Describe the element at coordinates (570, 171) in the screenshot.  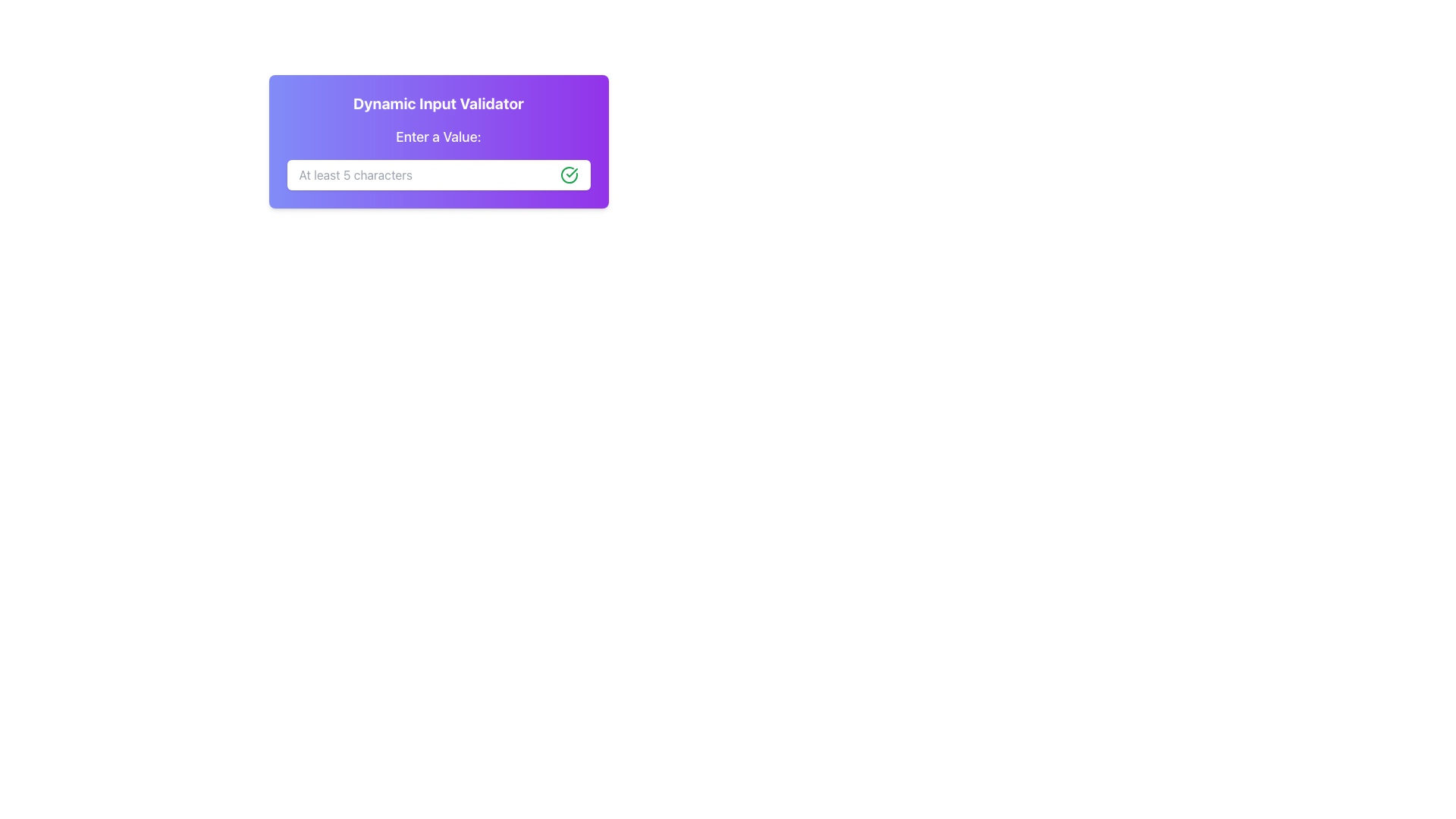
I see `the green circular icon indicating successful validation, located on the right side of the input field` at that location.